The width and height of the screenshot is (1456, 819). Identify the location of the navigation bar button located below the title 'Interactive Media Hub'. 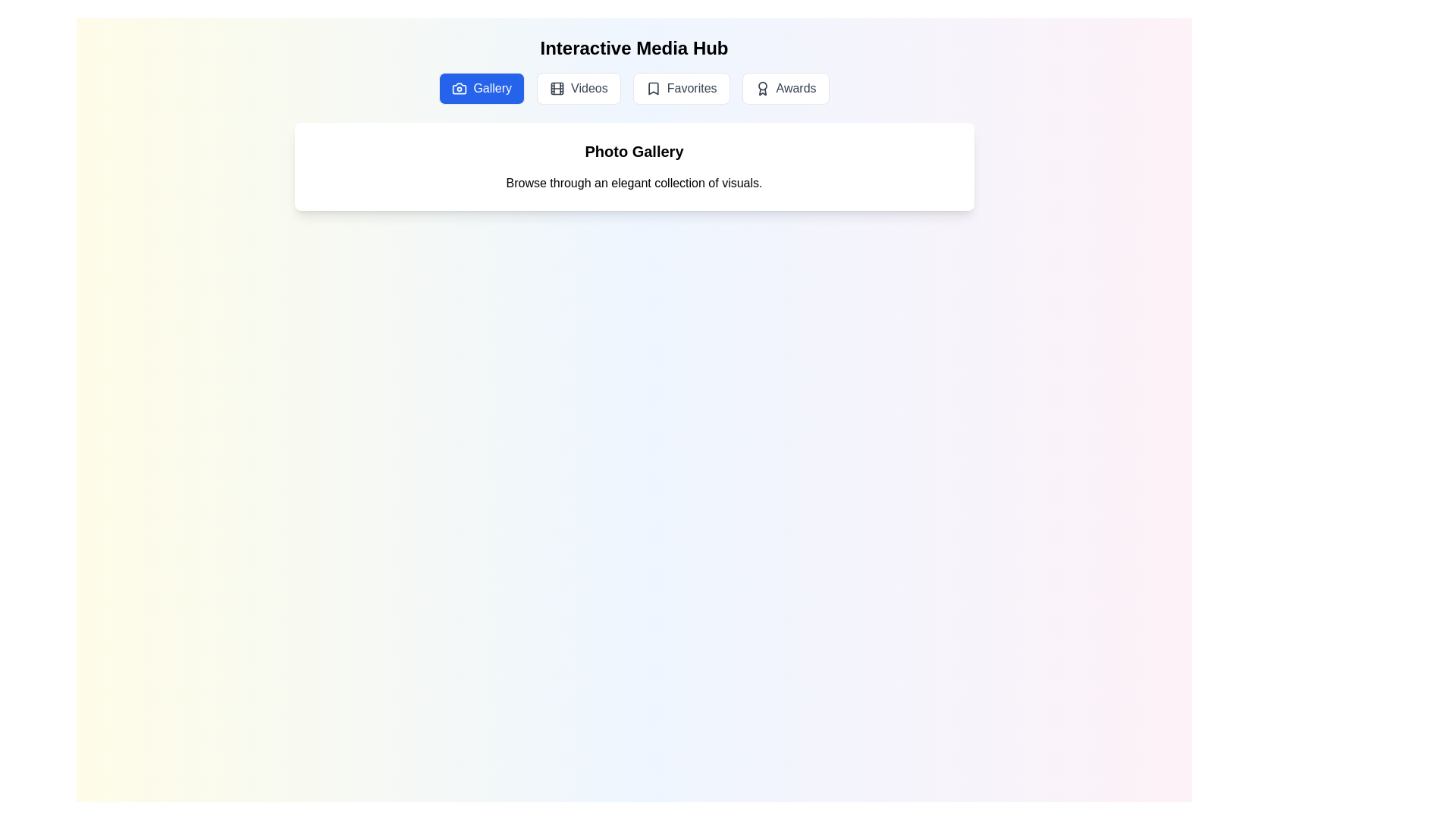
(634, 88).